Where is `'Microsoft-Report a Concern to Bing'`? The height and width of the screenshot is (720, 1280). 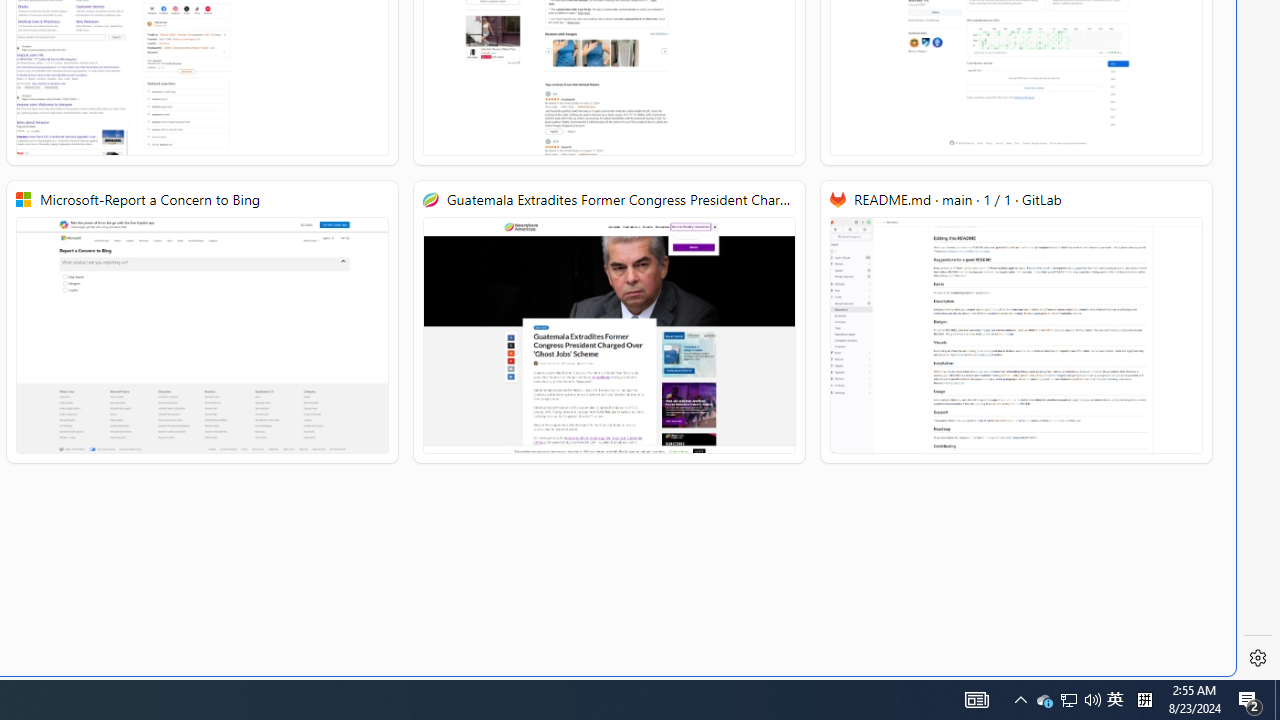 'Microsoft-Report a Concern to Bing' is located at coordinates (202, 321).